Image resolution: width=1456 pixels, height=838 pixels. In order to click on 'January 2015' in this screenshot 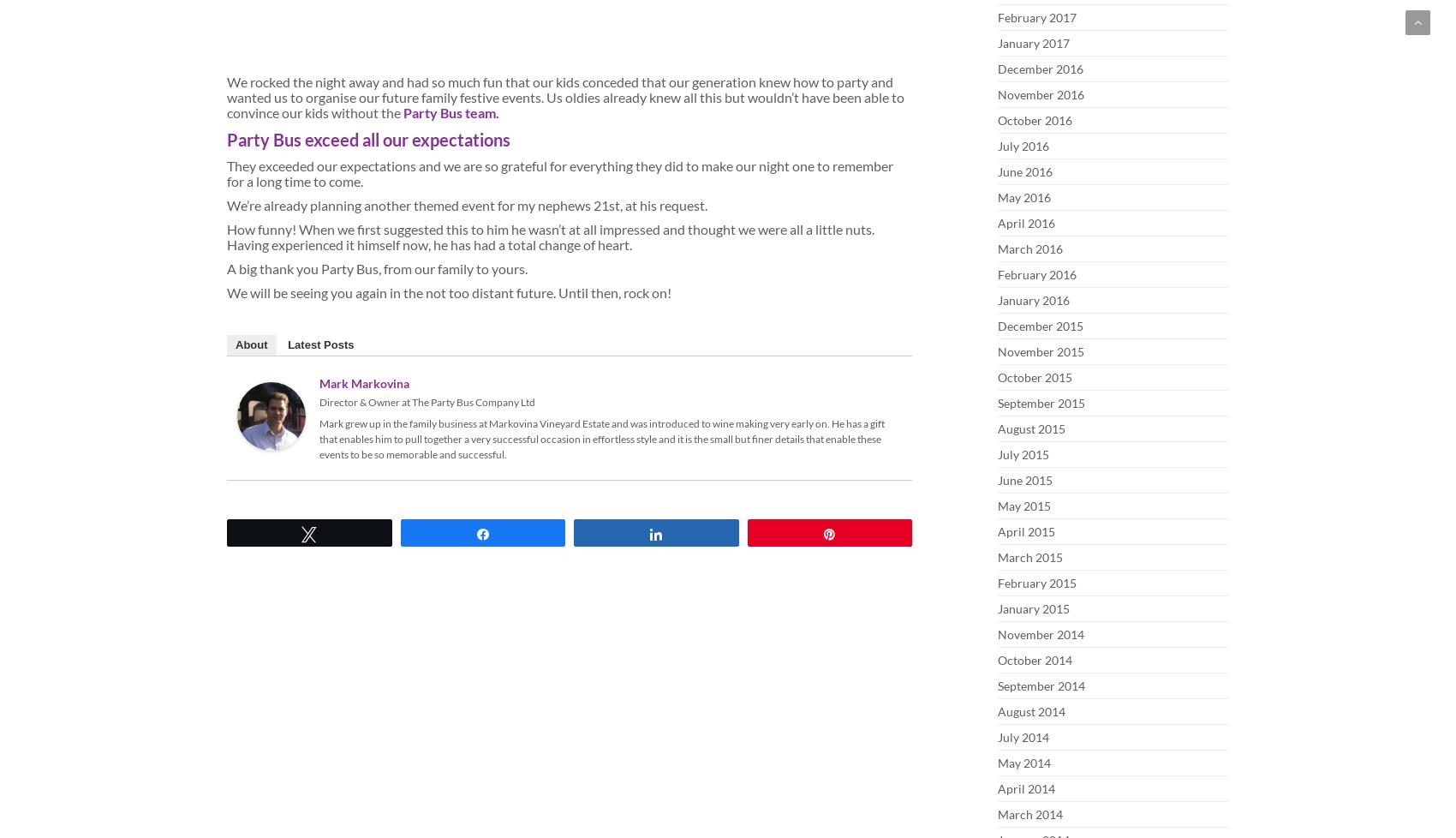, I will do `click(1033, 608)`.